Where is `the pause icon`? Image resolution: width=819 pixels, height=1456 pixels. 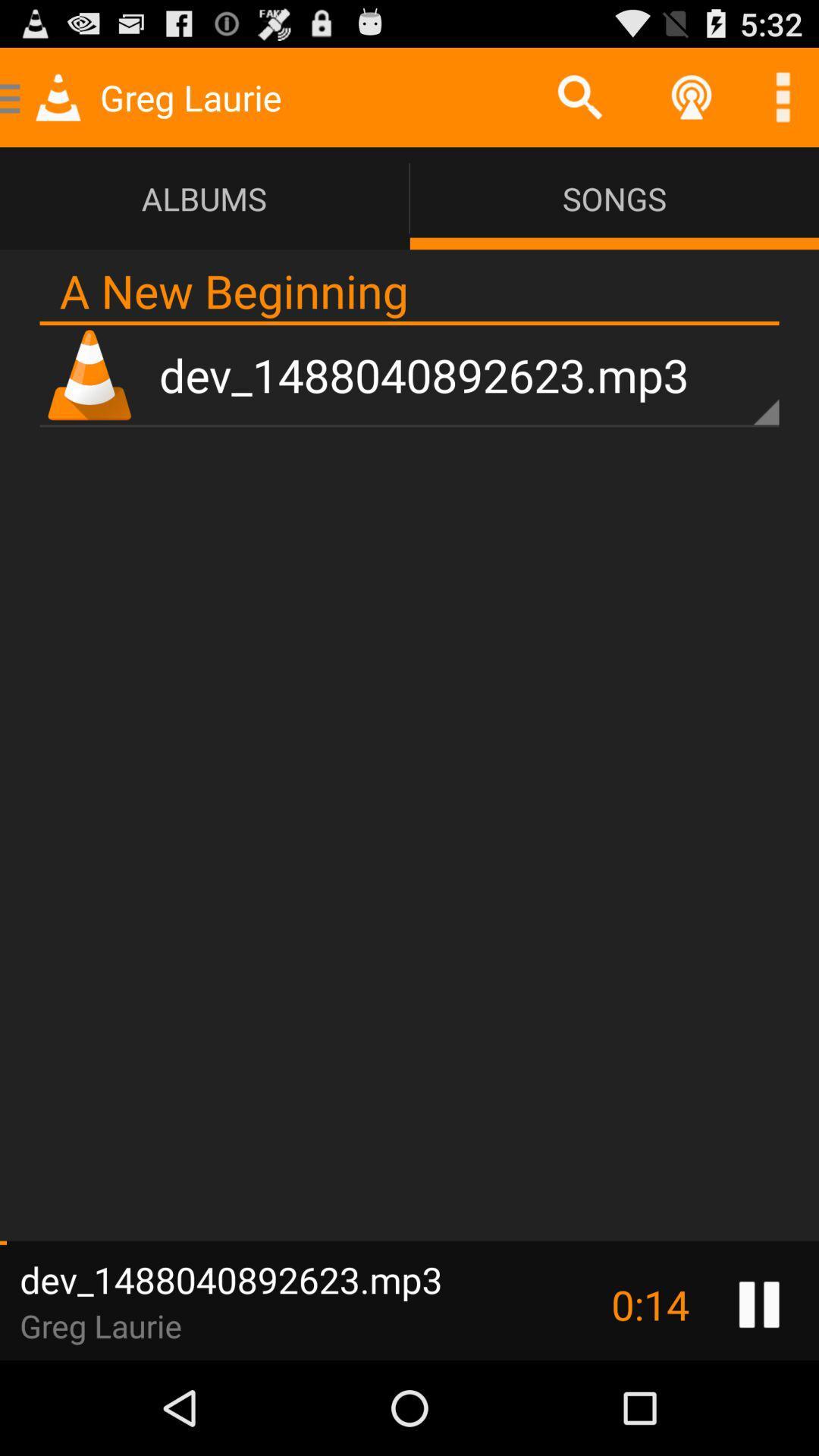
the pause icon is located at coordinates (759, 1395).